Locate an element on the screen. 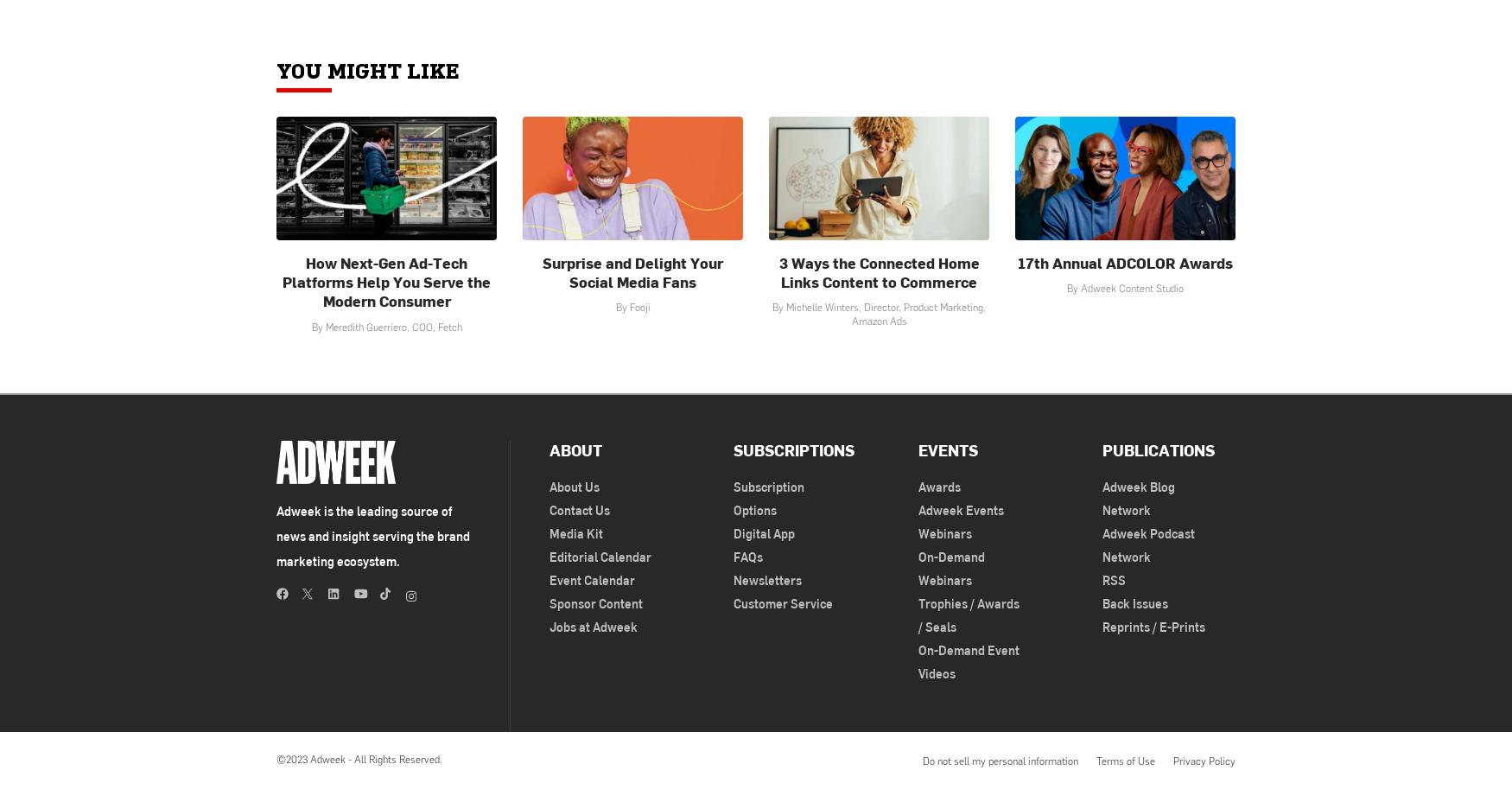  'FAQs' is located at coordinates (733, 556).